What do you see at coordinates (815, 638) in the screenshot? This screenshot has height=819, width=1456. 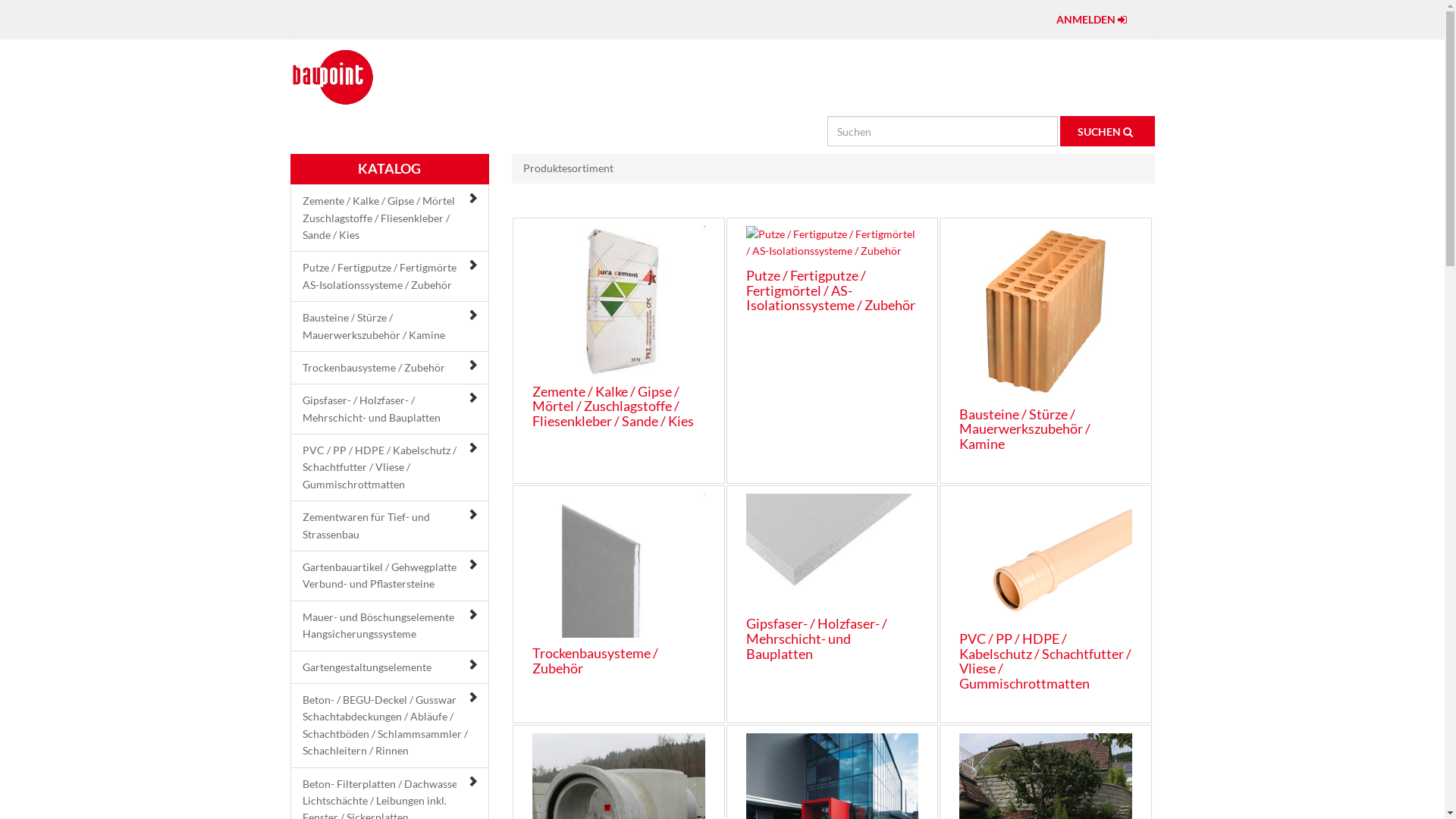 I see `'Gipsfaser- / Holzfaser- / Mehrschicht- und Bauplatten'` at bounding box center [815, 638].